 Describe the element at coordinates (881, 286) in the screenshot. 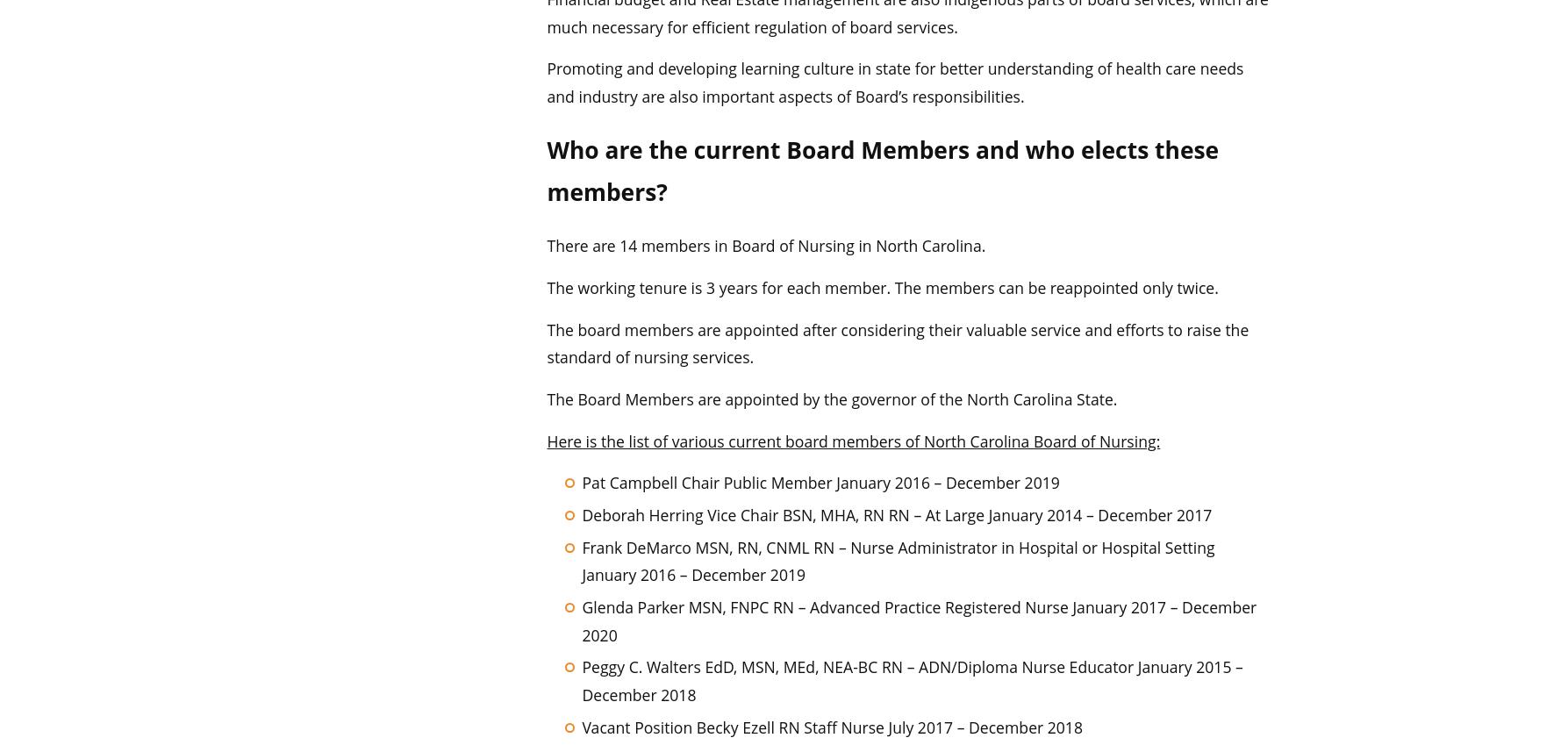

I see `'The working tenure is 3 years for each member. The members can be reappointed only twice.'` at that location.